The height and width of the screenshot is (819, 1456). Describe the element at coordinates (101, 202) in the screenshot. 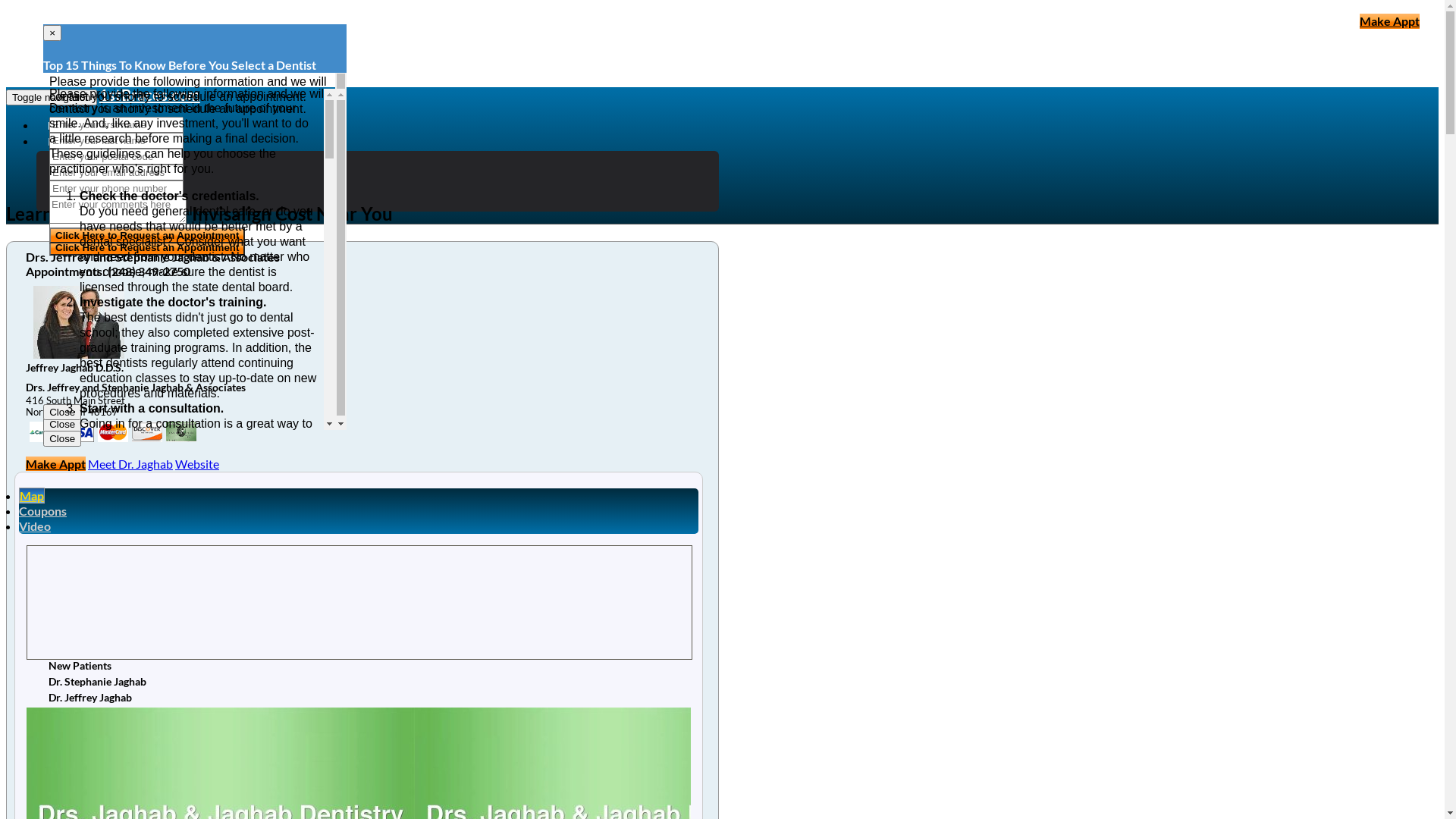

I see `'Orthodontist'` at that location.